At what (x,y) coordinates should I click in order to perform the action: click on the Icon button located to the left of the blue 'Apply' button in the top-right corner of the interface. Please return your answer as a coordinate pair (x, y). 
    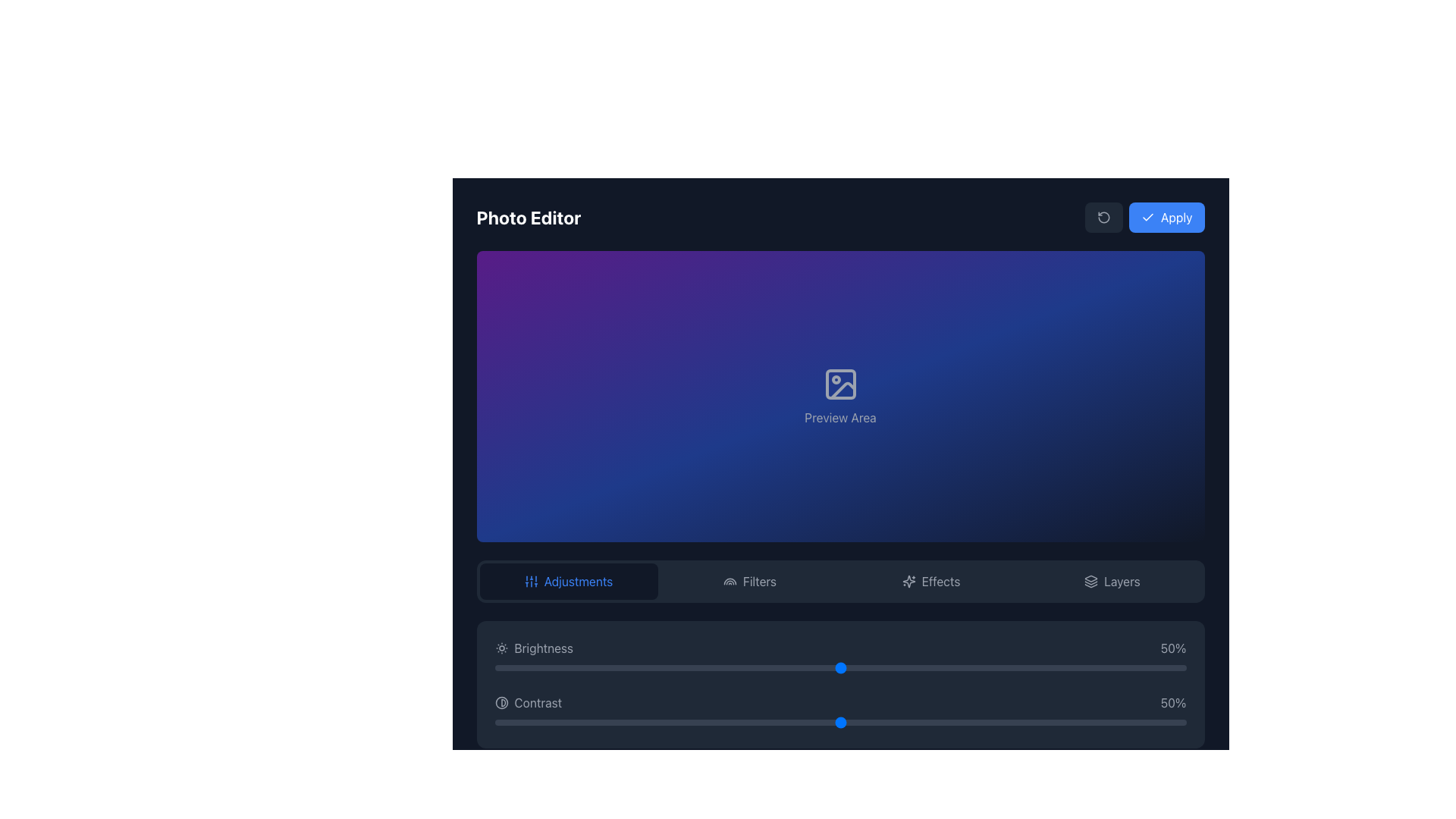
    Looking at the image, I should click on (1103, 217).